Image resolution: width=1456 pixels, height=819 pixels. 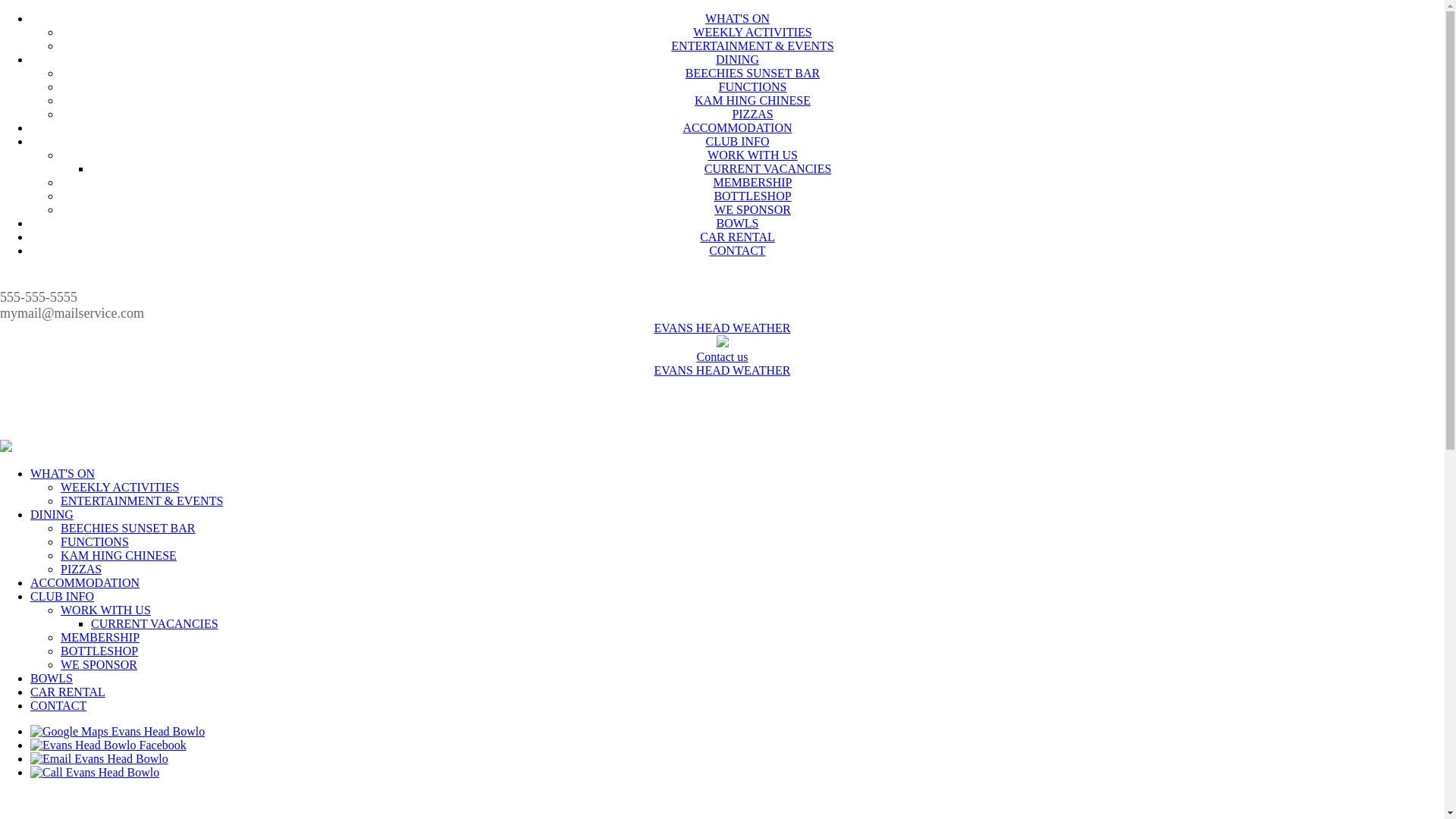 I want to click on 'FUNCTIONS', so click(x=753, y=86).